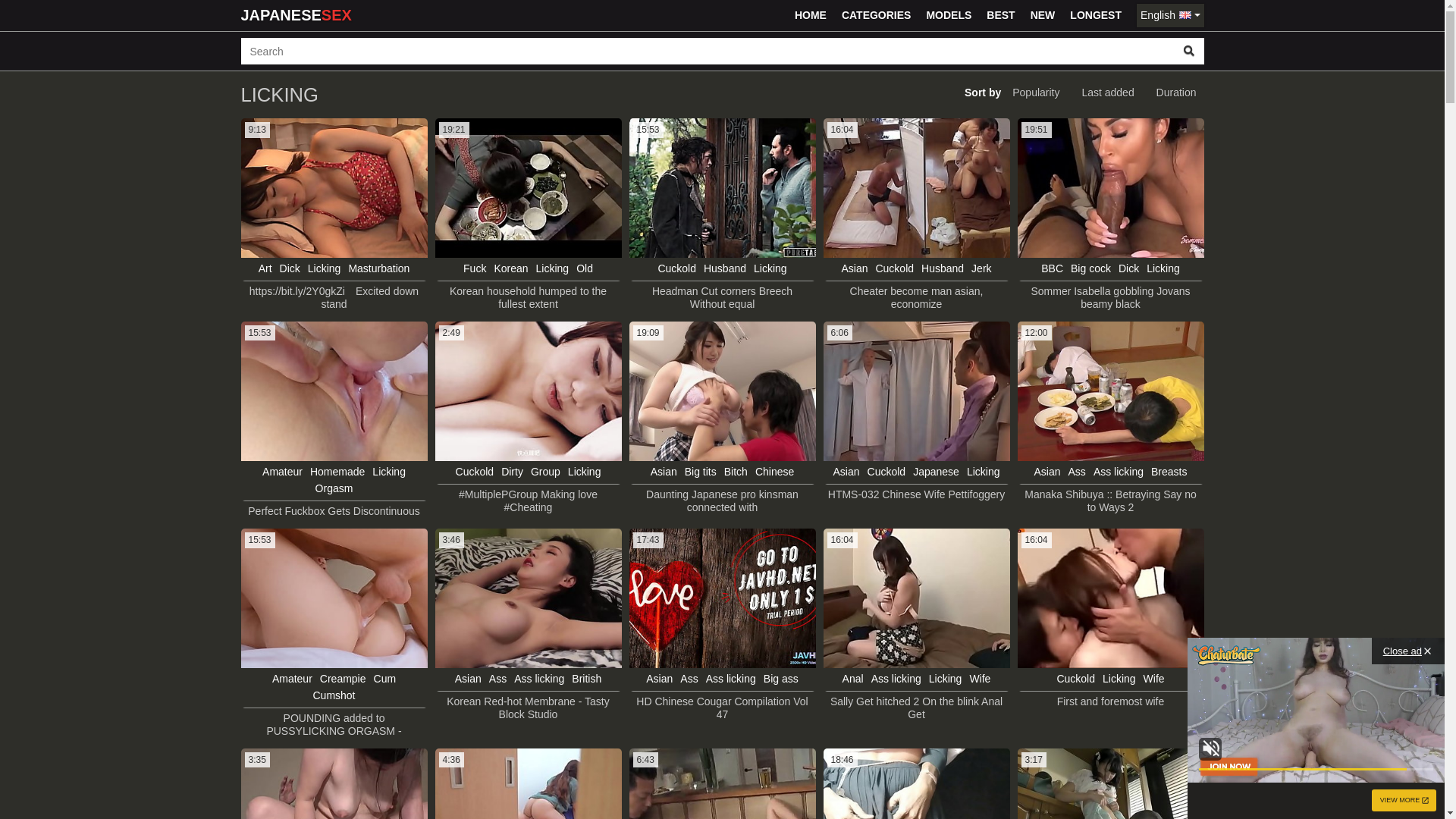 The height and width of the screenshot is (819, 1456). What do you see at coordinates (584, 268) in the screenshot?
I see `'Old'` at bounding box center [584, 268].